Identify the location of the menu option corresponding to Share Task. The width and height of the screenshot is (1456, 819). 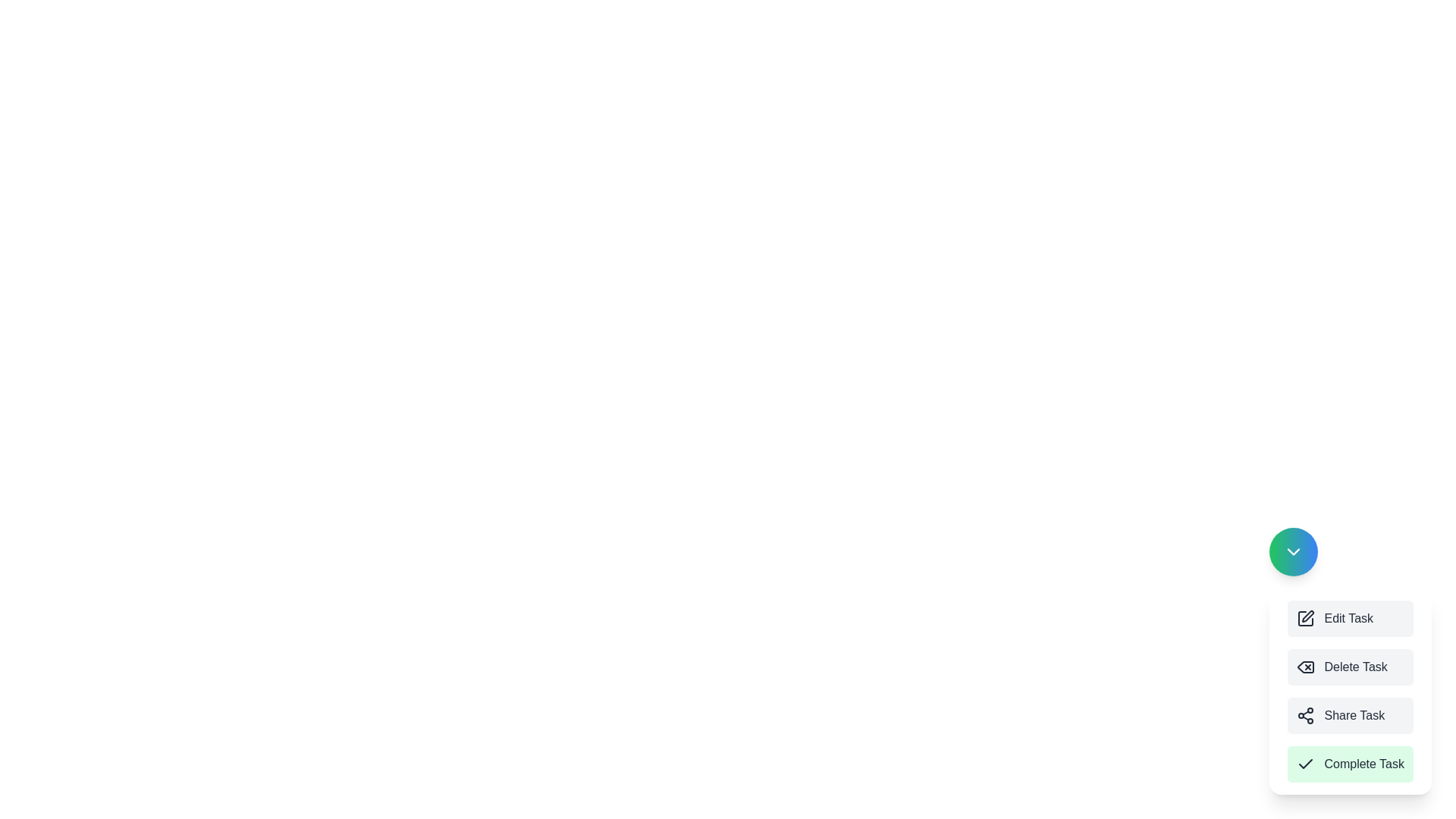
(1351, 716).